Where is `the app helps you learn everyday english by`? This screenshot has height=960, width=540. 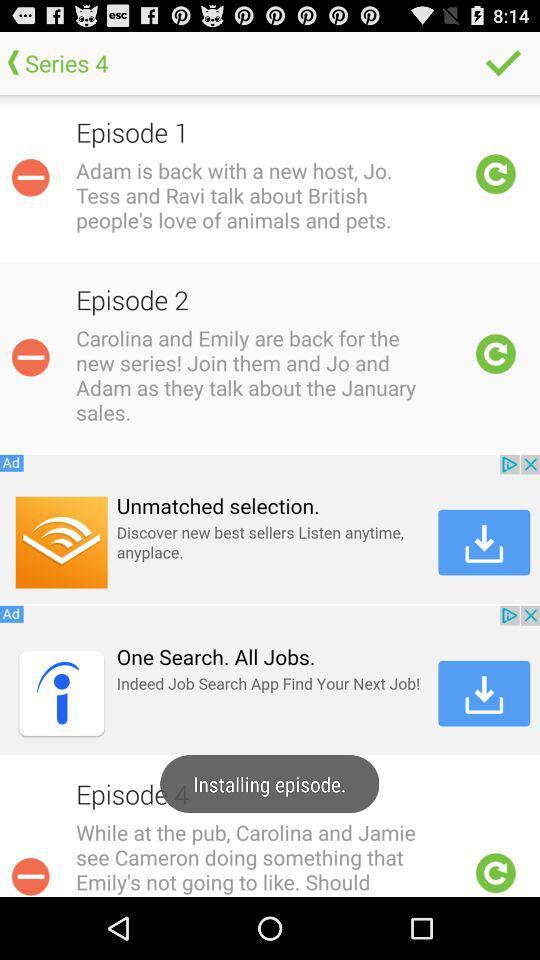
the app helps you learn everyday english by is located at coordinates (29, 873).